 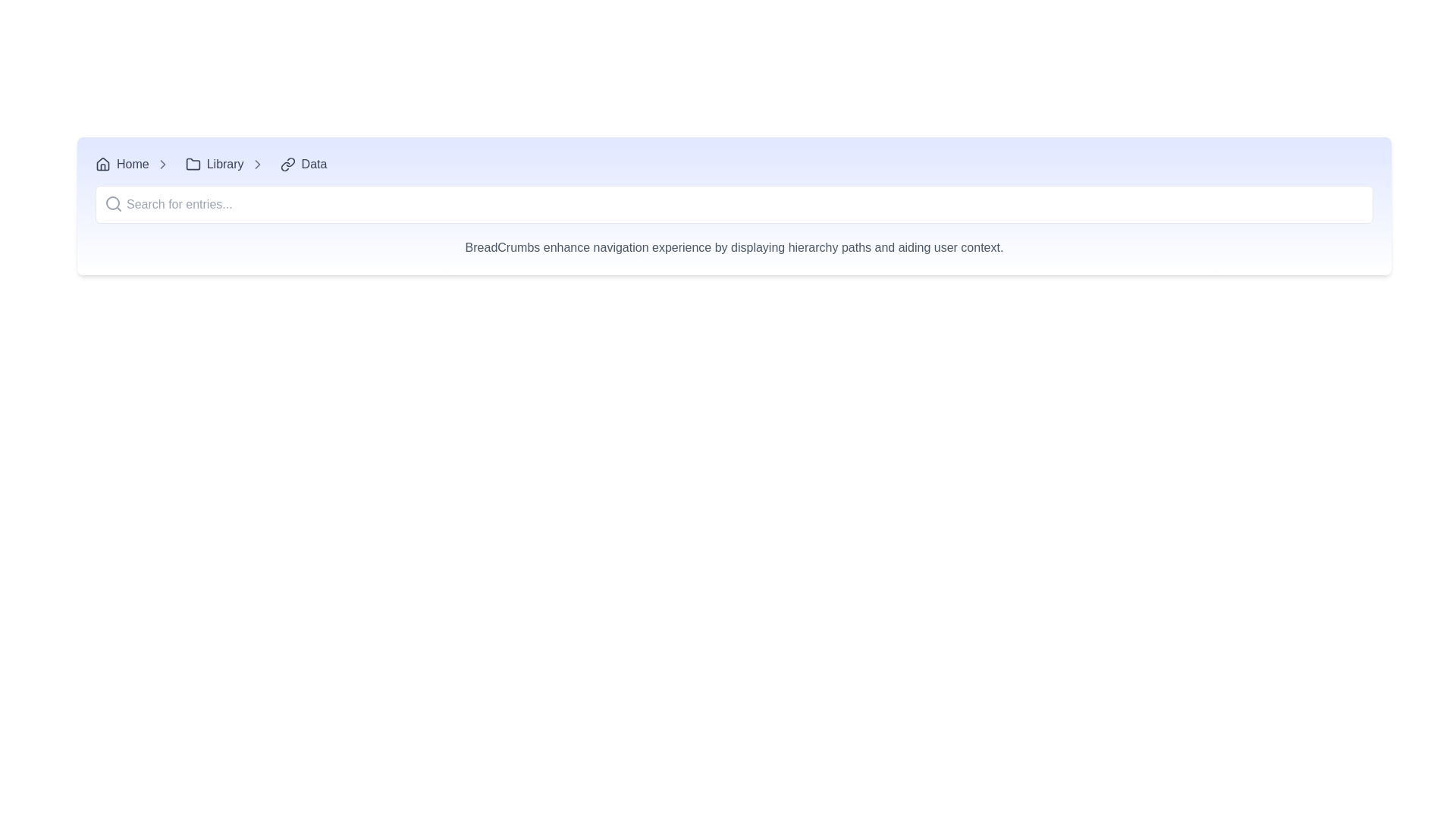 I want to click on the breadcrumb navigation icon that signifies a link, located to the left of the 'Data' label, so click(x=287, y=164).